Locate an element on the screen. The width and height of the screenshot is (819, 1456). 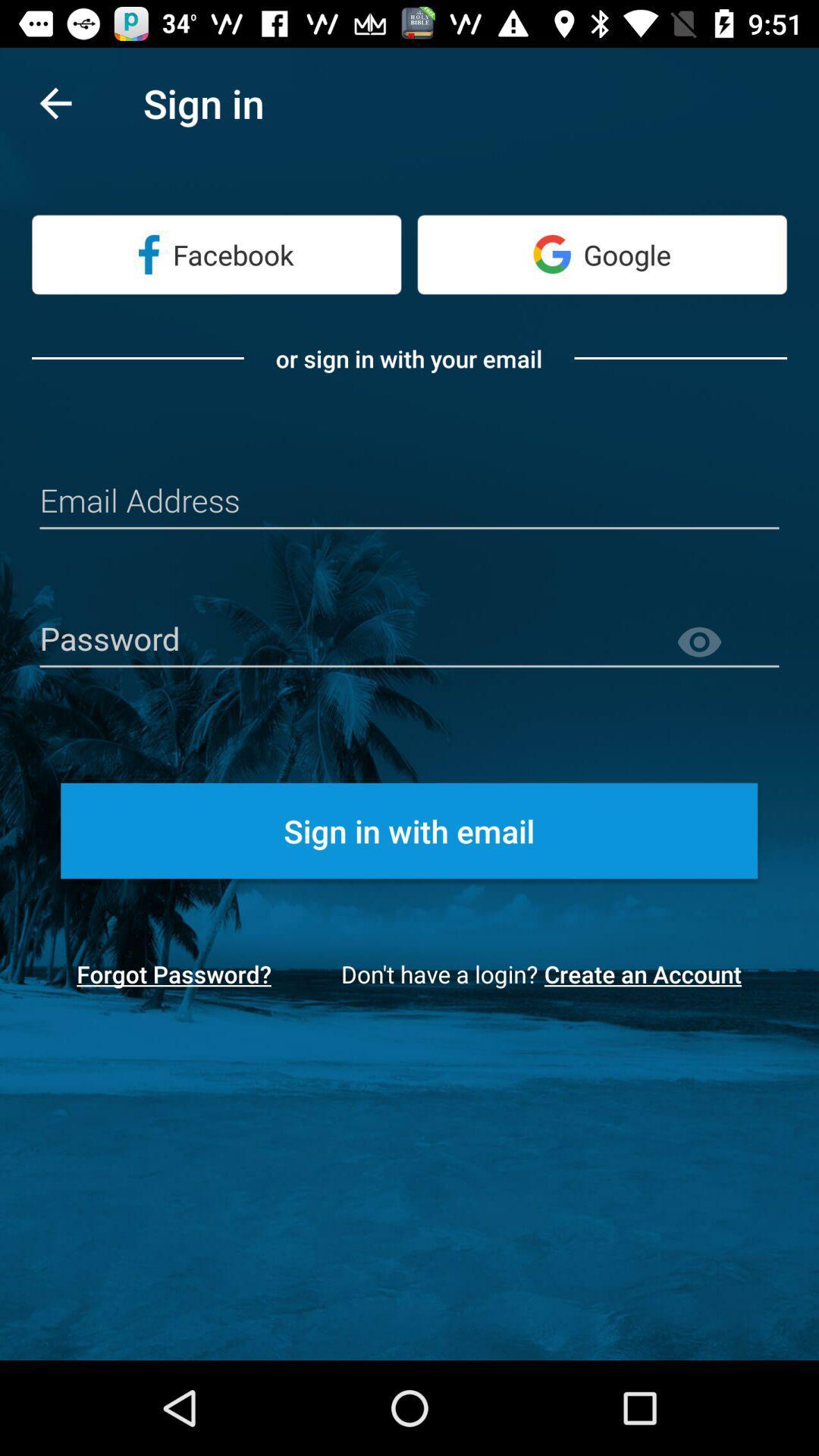
input email address is located at coordinates (409, 502).